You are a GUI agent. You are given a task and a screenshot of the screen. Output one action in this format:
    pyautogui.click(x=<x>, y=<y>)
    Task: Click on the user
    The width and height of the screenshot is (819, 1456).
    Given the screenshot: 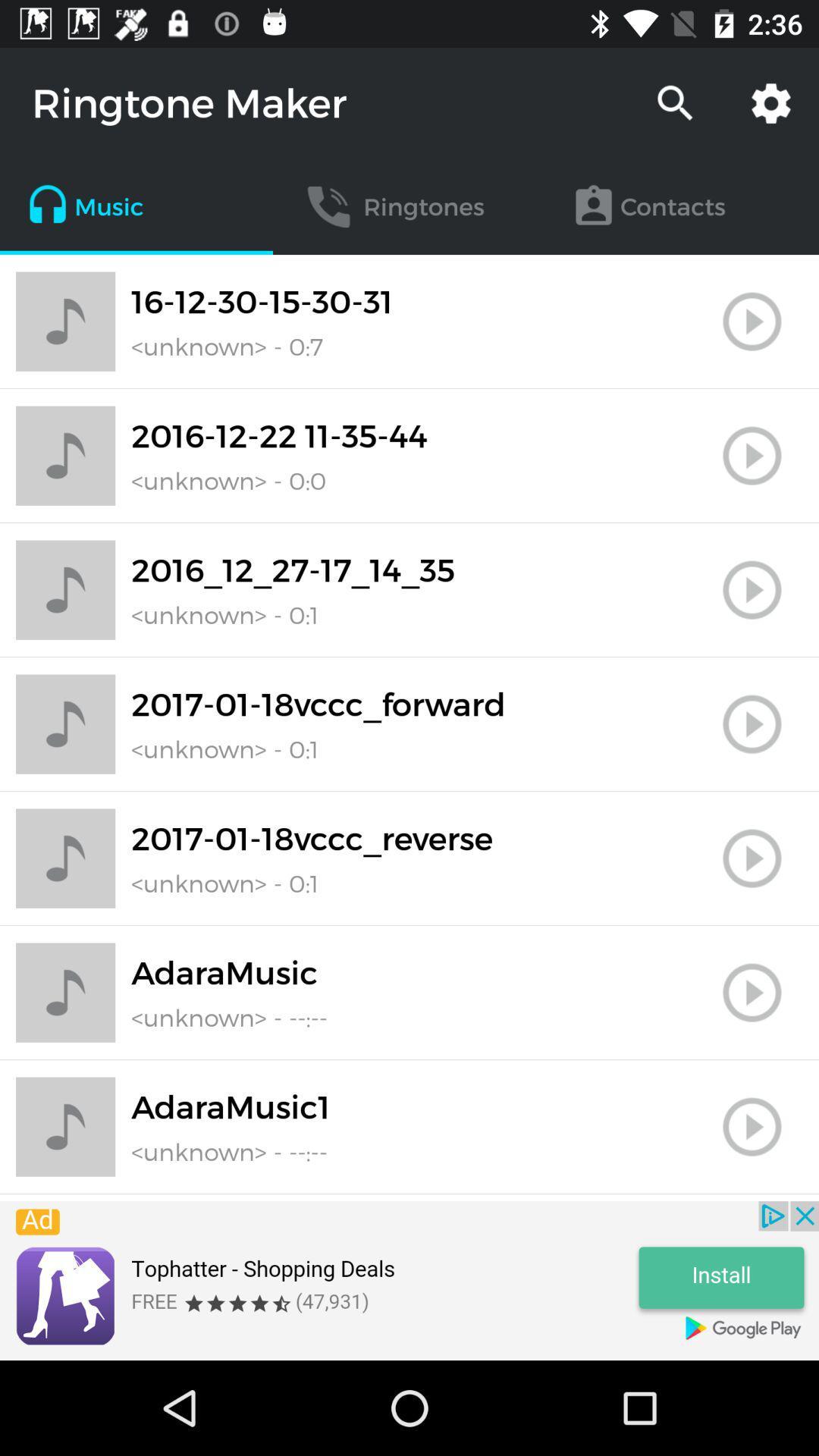 What is the action you would take?
    pyautogui.click(x=752, y=993)
    